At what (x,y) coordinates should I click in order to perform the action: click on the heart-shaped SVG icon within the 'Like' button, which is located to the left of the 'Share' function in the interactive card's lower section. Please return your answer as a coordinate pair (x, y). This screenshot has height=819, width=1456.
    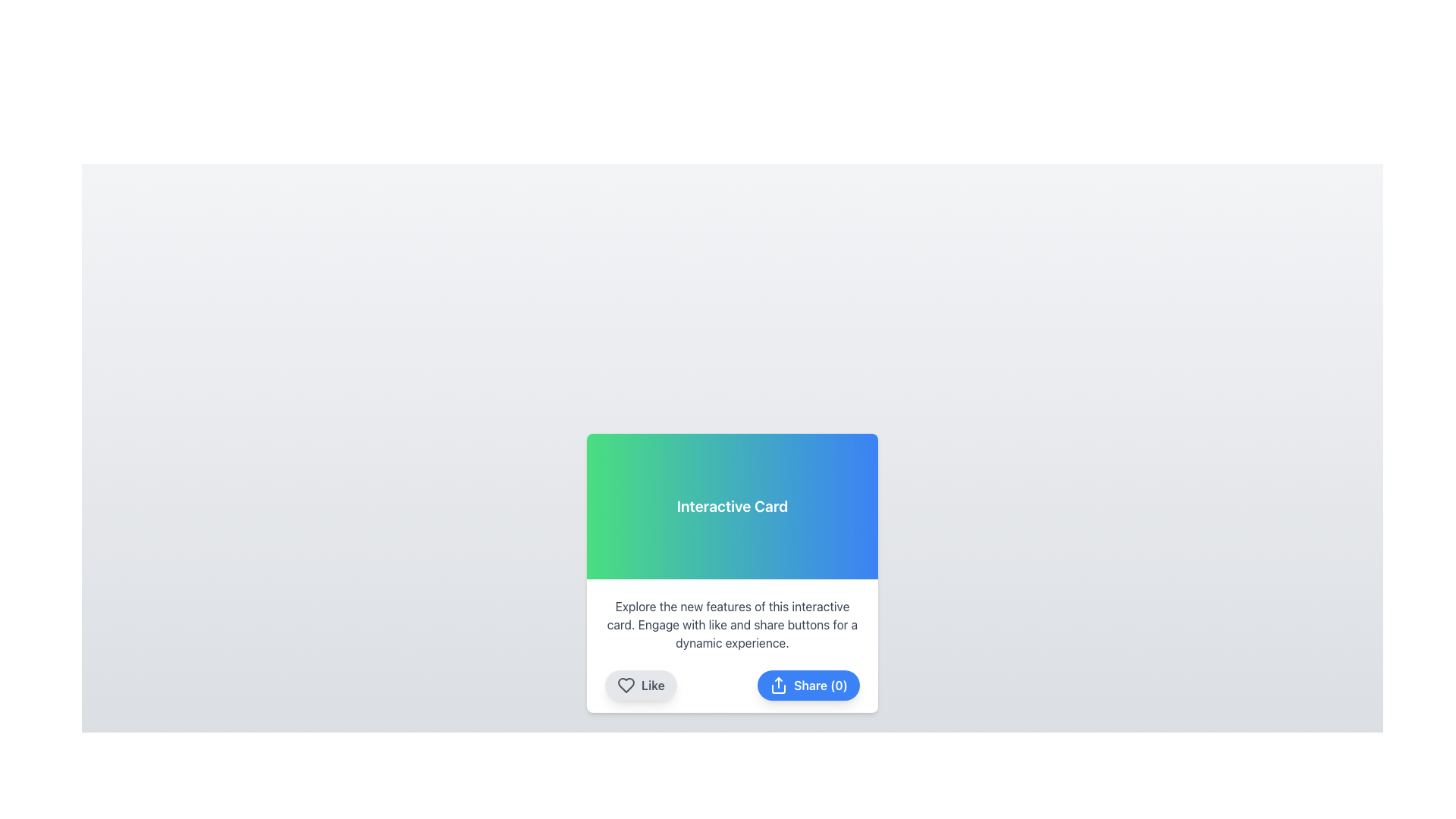
    Looking at the image, I should click on (626, 685).